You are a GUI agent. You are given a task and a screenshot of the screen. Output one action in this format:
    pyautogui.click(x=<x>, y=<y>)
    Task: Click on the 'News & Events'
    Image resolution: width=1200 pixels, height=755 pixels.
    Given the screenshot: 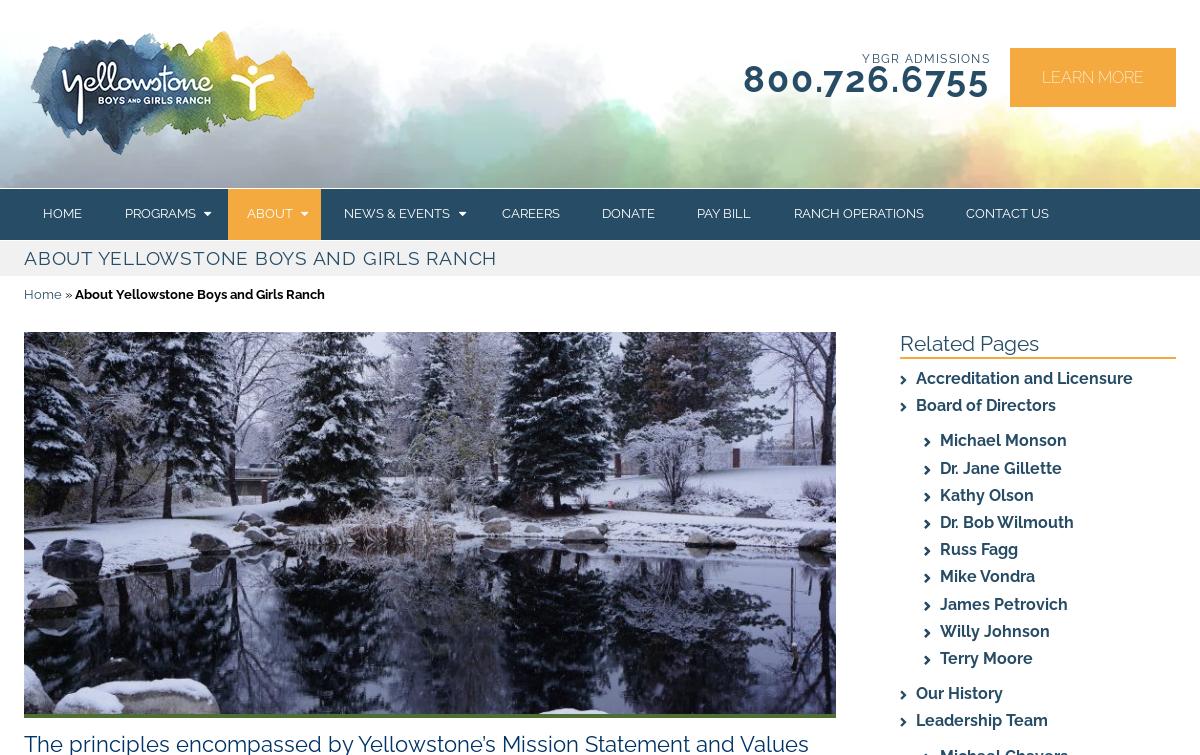 What is the action you would take?
    pyautogui.click(x=396, y=213)
    